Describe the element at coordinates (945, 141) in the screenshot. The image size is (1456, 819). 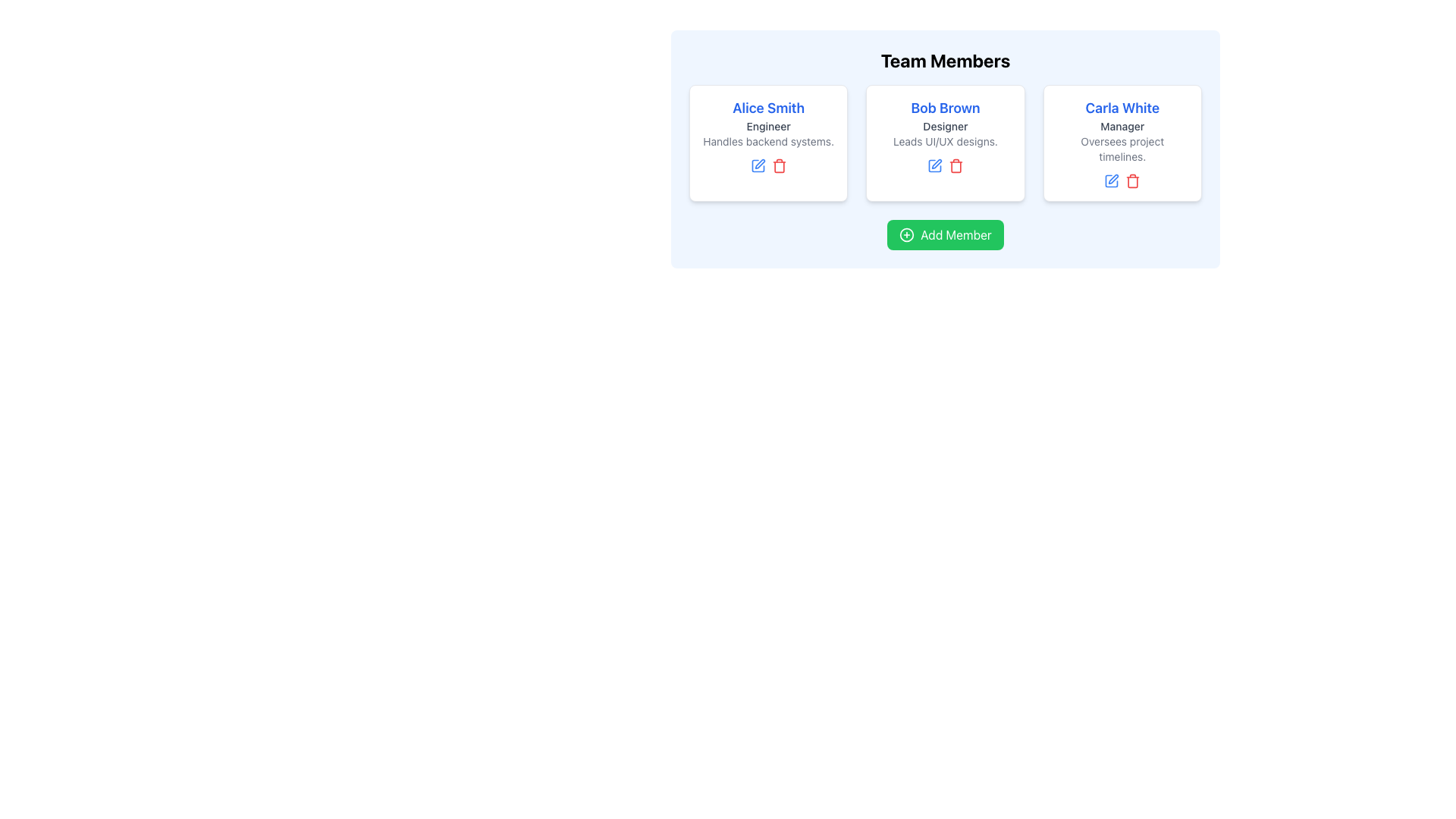
I see `the text label that reads 'Leads UI/UX designs.' located within the white bordered card below the role title 'Designer'` at that location.